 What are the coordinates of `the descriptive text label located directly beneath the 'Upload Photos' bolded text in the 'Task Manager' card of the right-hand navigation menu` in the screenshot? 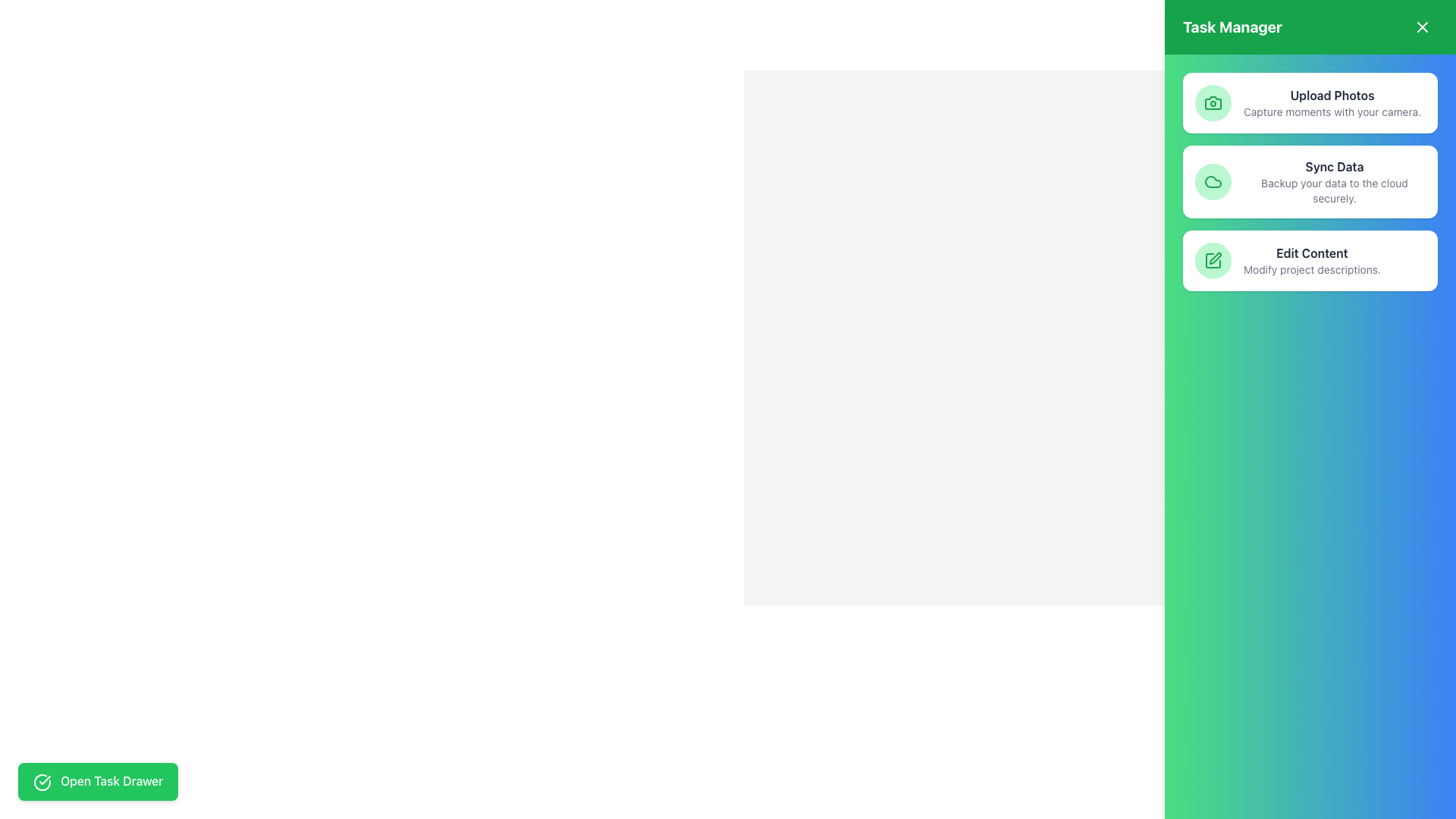 It's located at (1332, 111).